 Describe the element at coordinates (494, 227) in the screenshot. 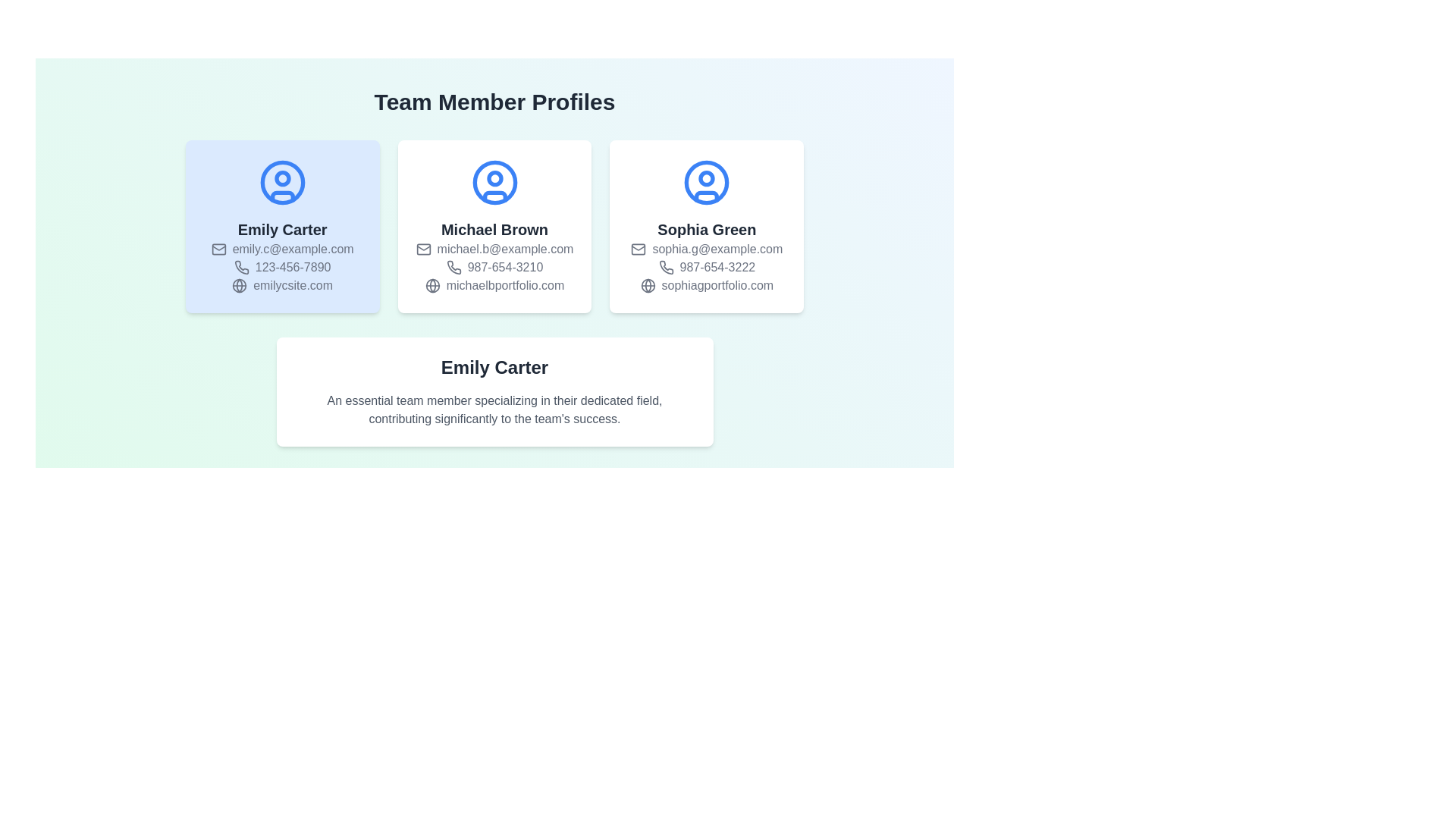

I see `the Information card displaying the profile of 'Michael Brown', which features a circular user icon at the top and contact details below` at that location.